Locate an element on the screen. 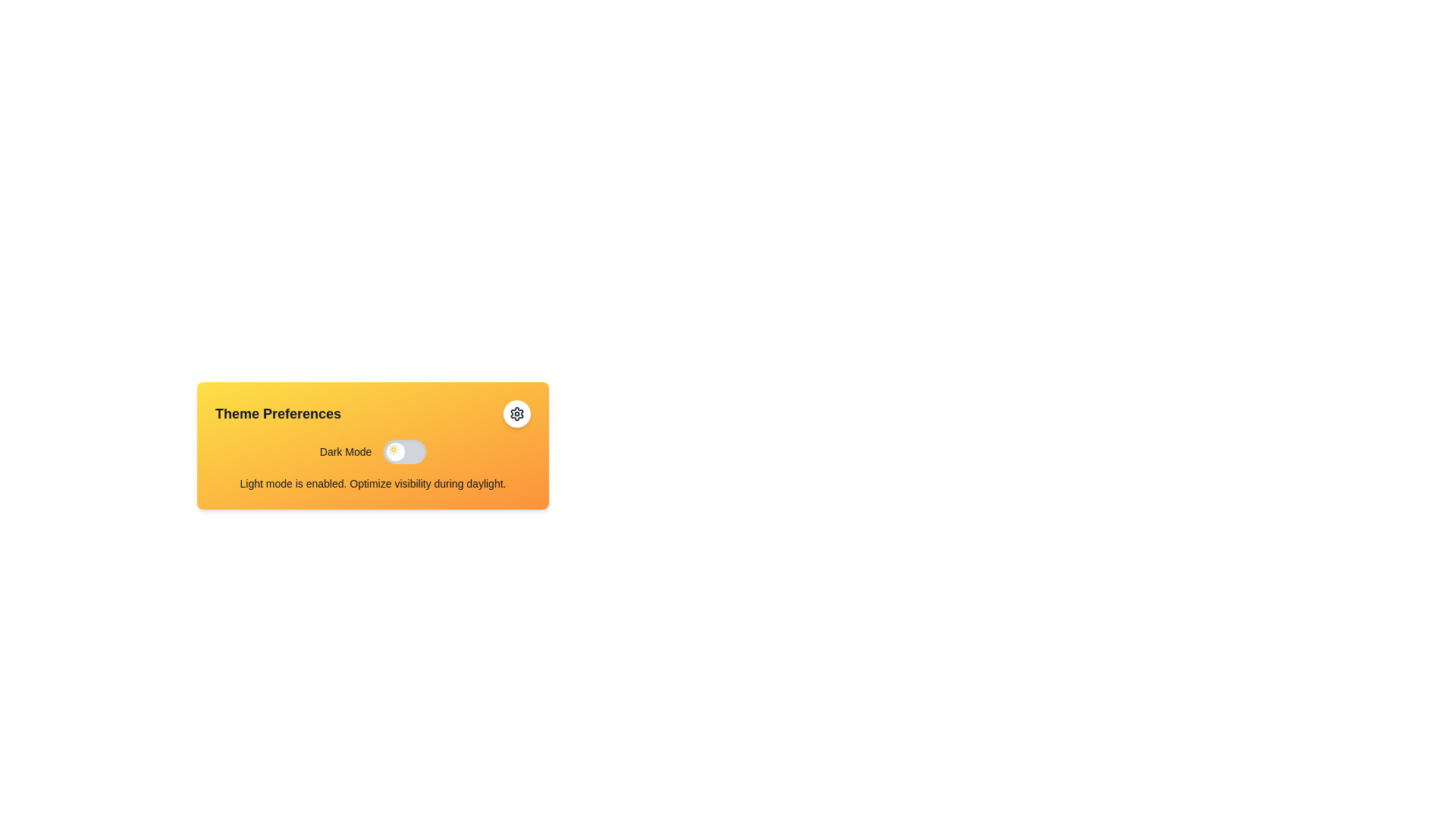 The width and height of the screenshot is (1456, 819). the circular button with a white background and a black gear icon located at the far right of the header section labeled 'Theme Preferences' is located at coordinates (516, 414).